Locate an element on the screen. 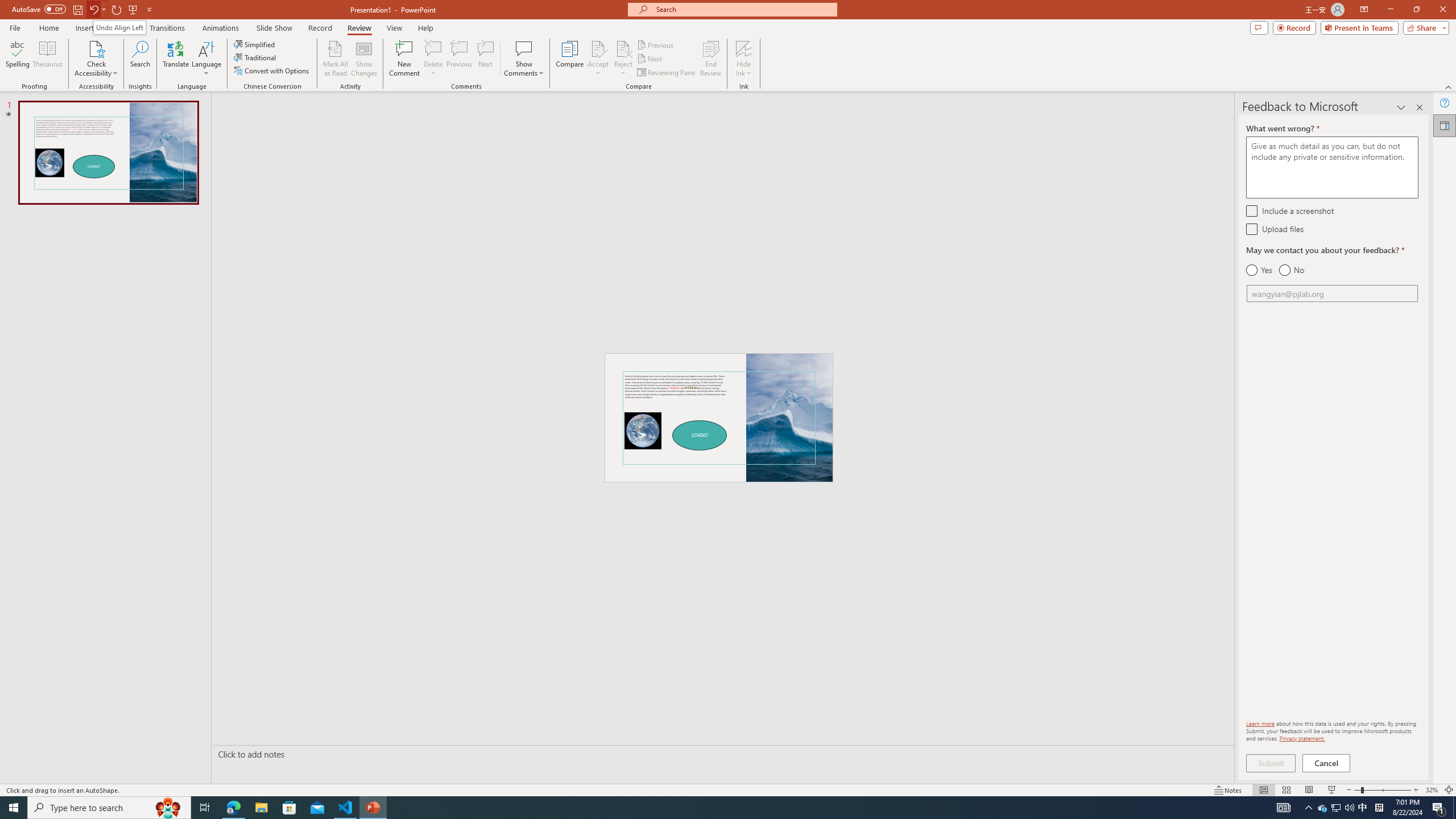  'Reject Change' is located at coordinates (622, 48).